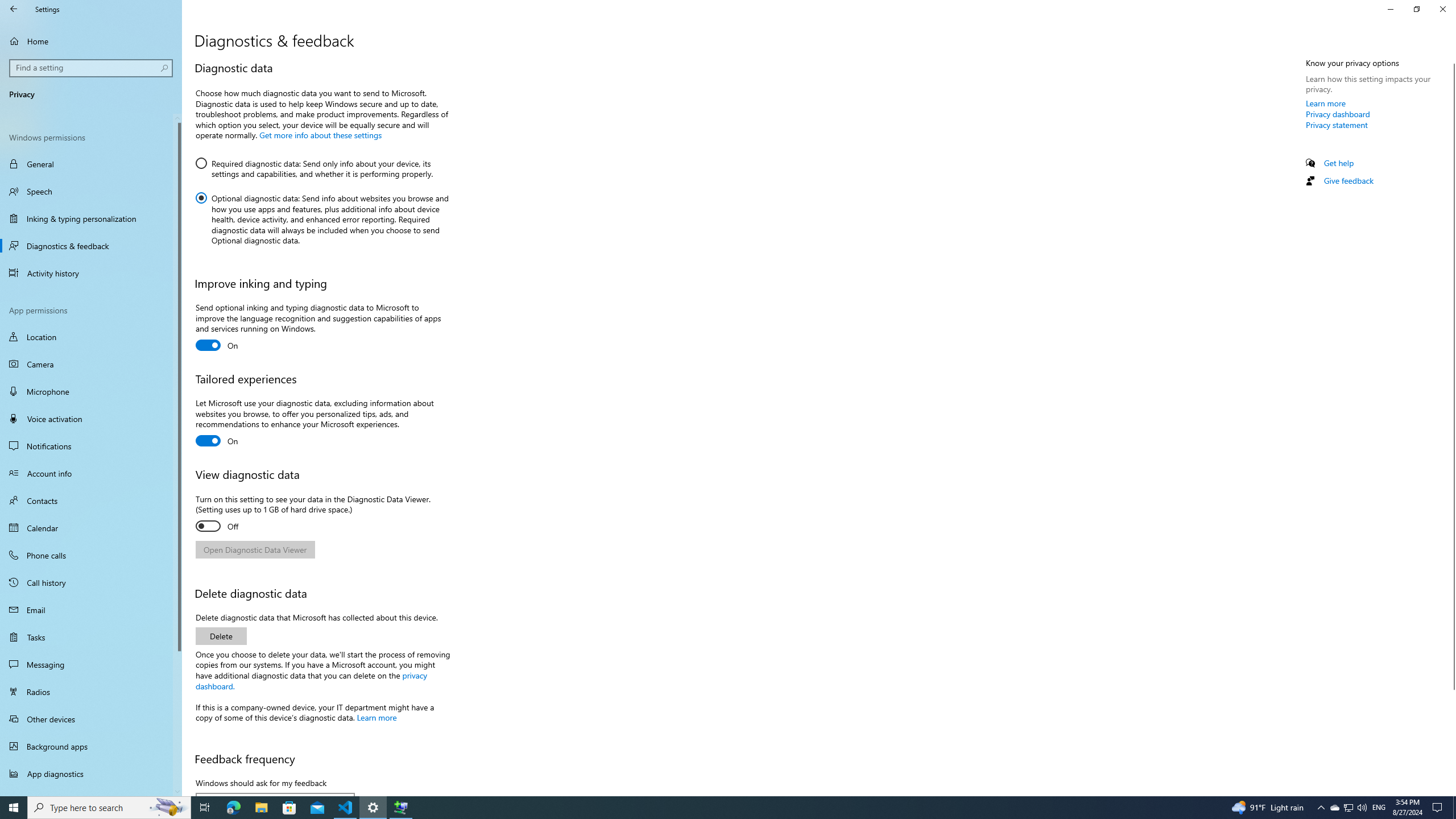  What do you see at coordinates (274, 793) in the screenshot?
I see `'Windows should ask for my feedback'` at bounding box center [274, 793].